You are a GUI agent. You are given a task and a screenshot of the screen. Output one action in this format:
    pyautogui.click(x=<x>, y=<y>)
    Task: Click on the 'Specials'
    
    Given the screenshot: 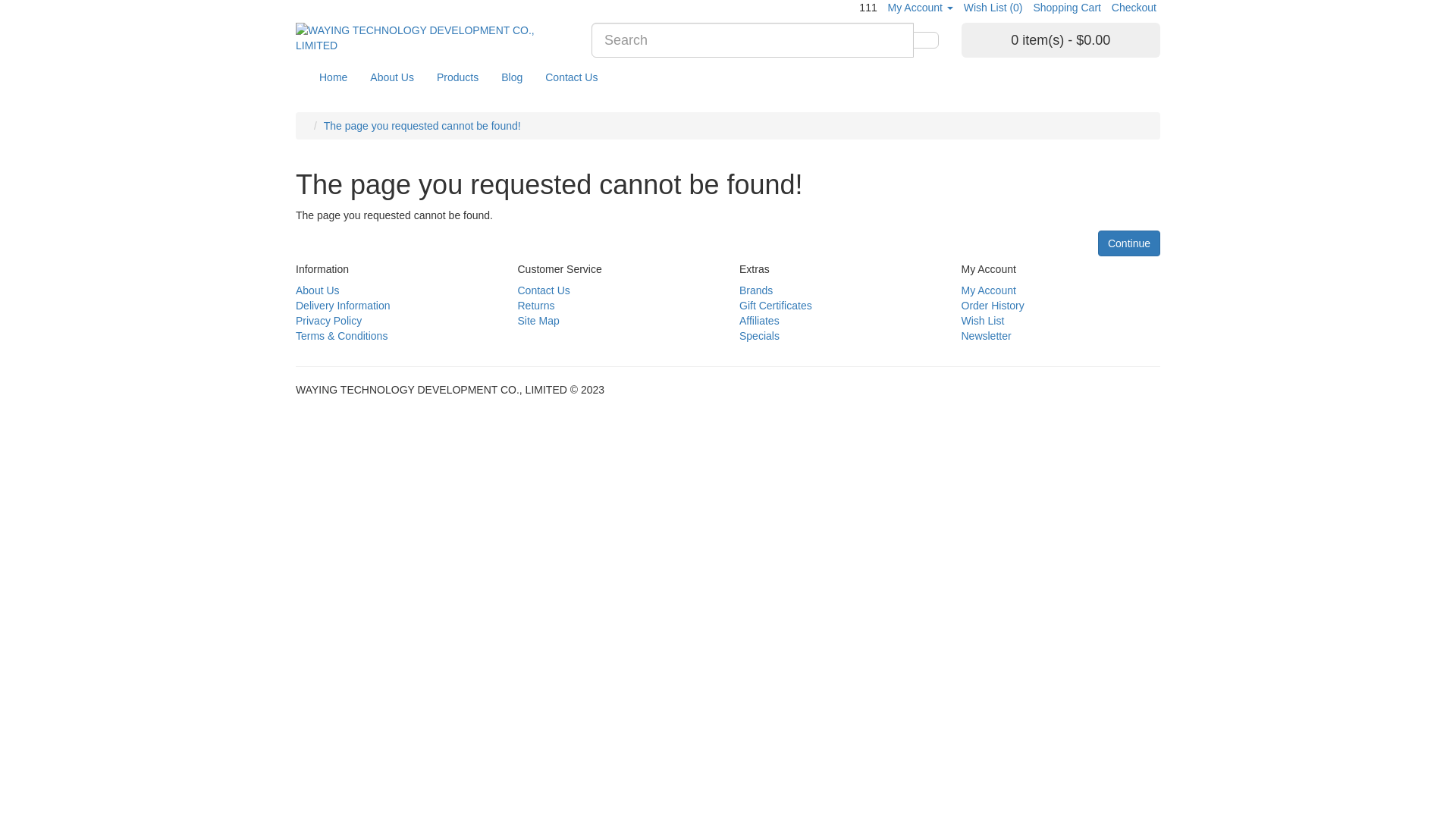 What is the action you would take?
    pyautogui.click(x=759, y=335)
    